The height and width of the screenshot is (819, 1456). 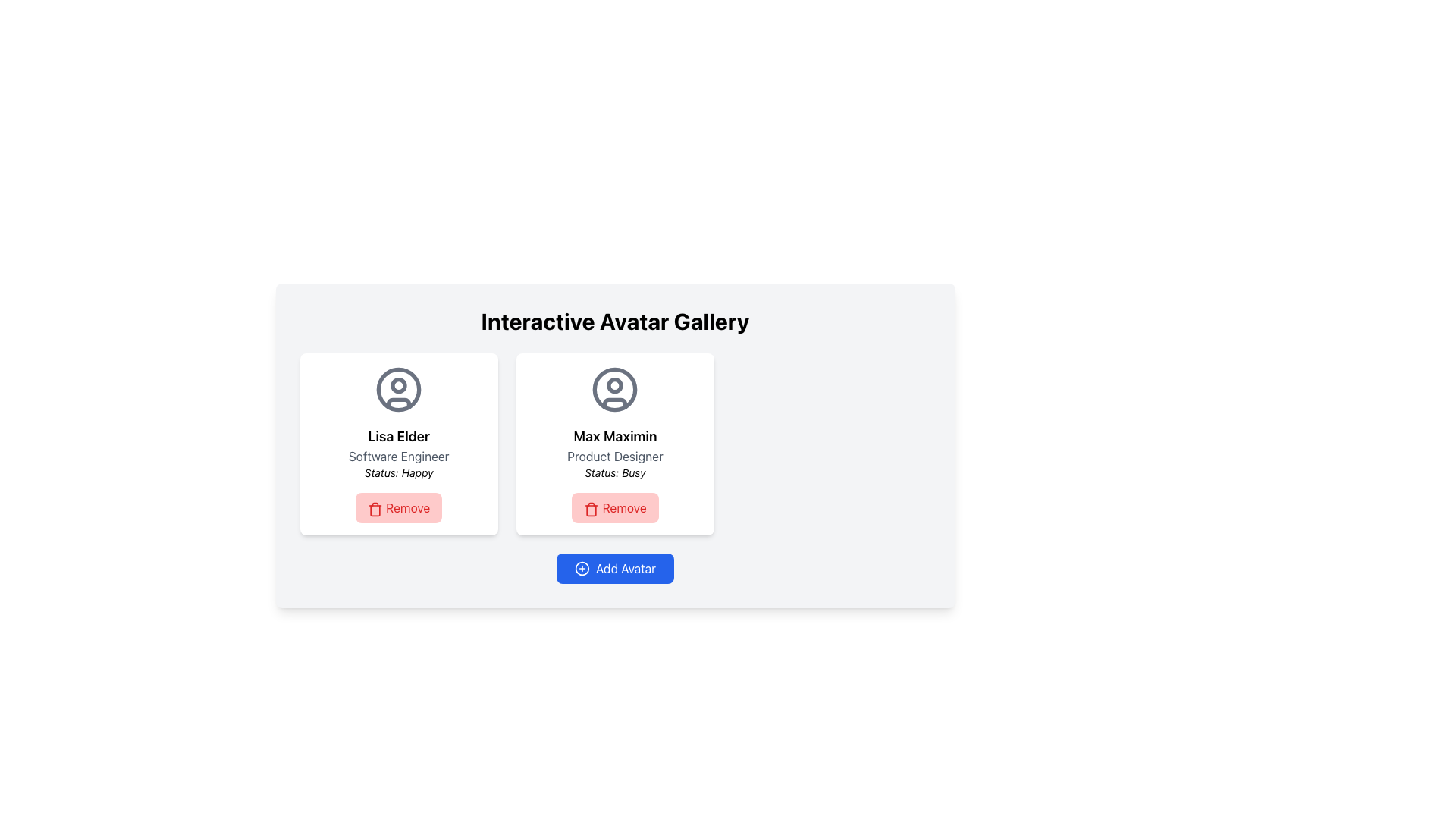 What do you see at coordinates (399, 455) in the screenshot?
I see `the text label displaying the job title 'Software Engineer' for the individual named 'Lisa Elder'` at bounding box center [399, 455].